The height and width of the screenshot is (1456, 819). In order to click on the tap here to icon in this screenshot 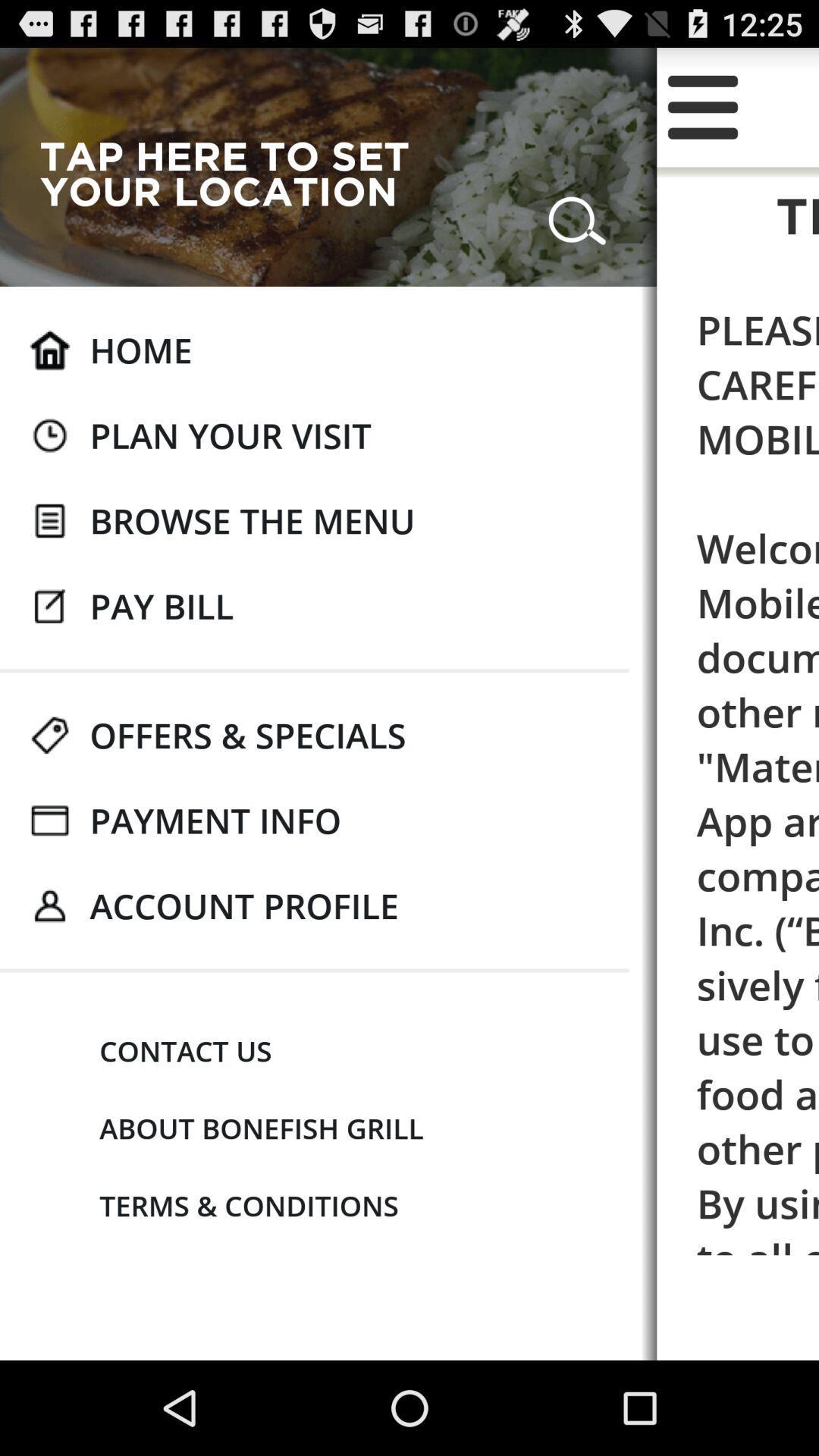, I will do `click(237, 173)`.